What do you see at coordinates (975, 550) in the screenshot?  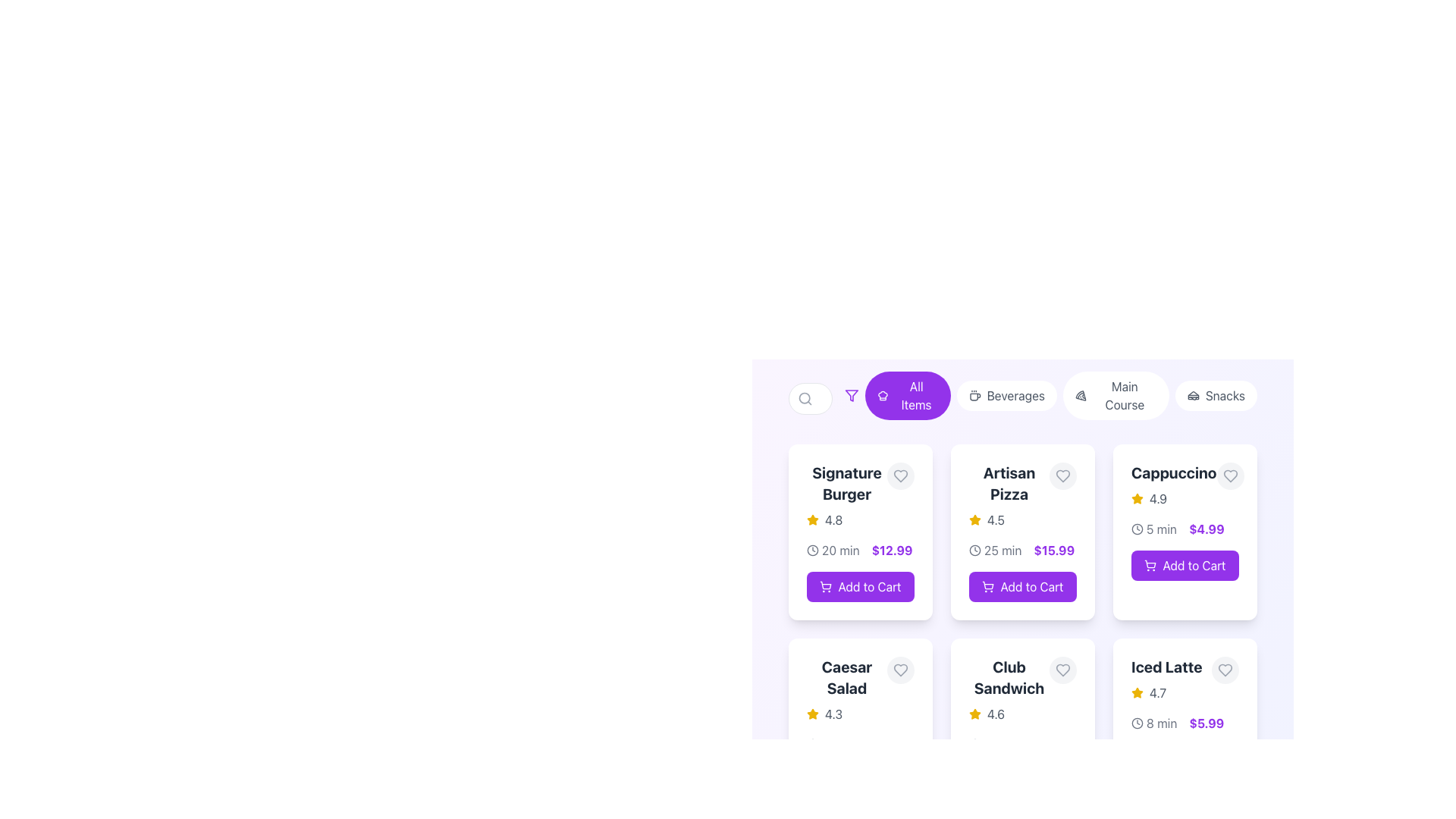 I see `the icon indicating the duration associated with the 'Artisan Pizza' offer, located to the left of the text '25 min' within the card section` at bounding box center [975, 550].